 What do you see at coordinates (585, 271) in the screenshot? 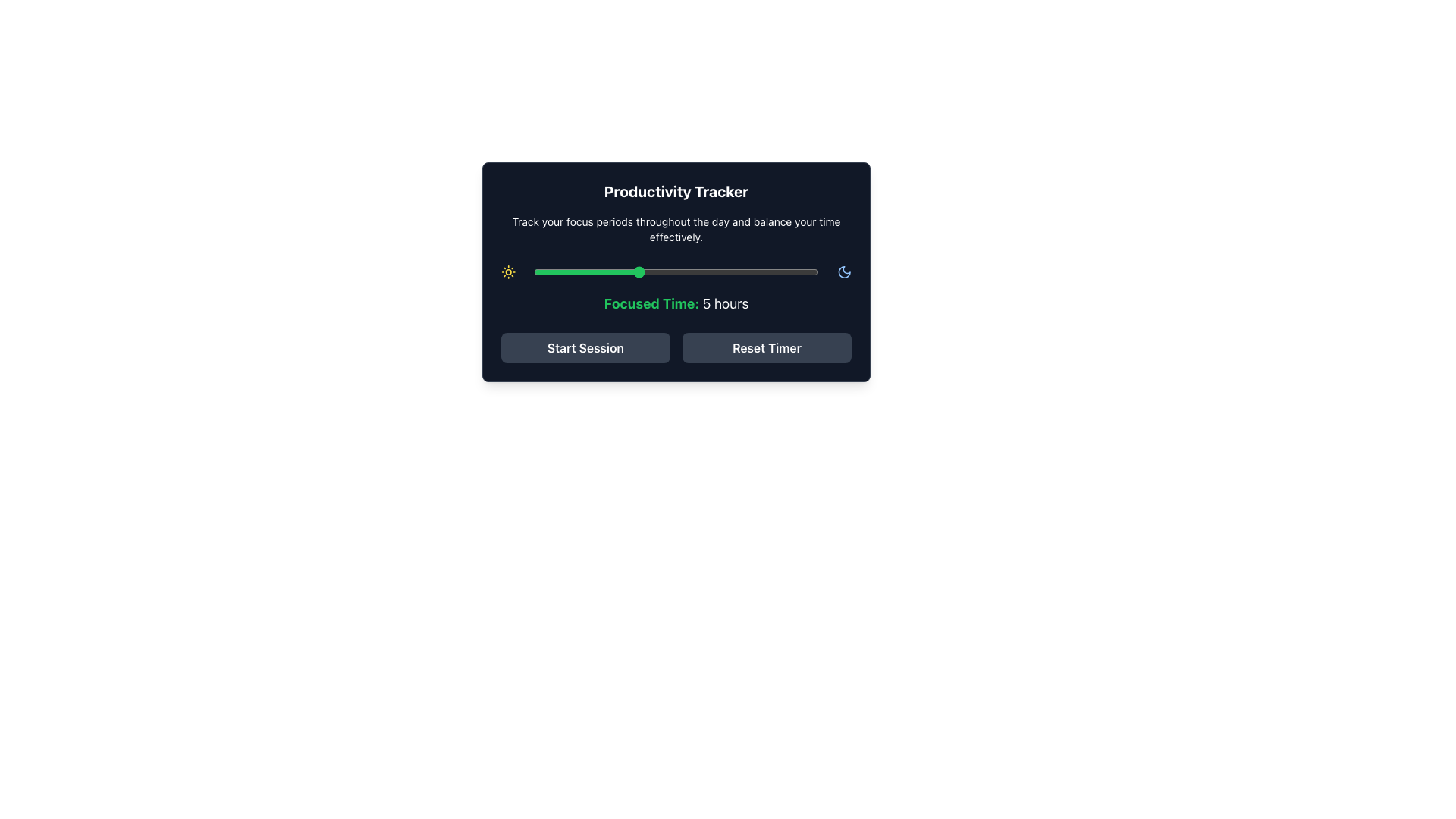
I see `the focus duration` at bounding box center [585, 271].